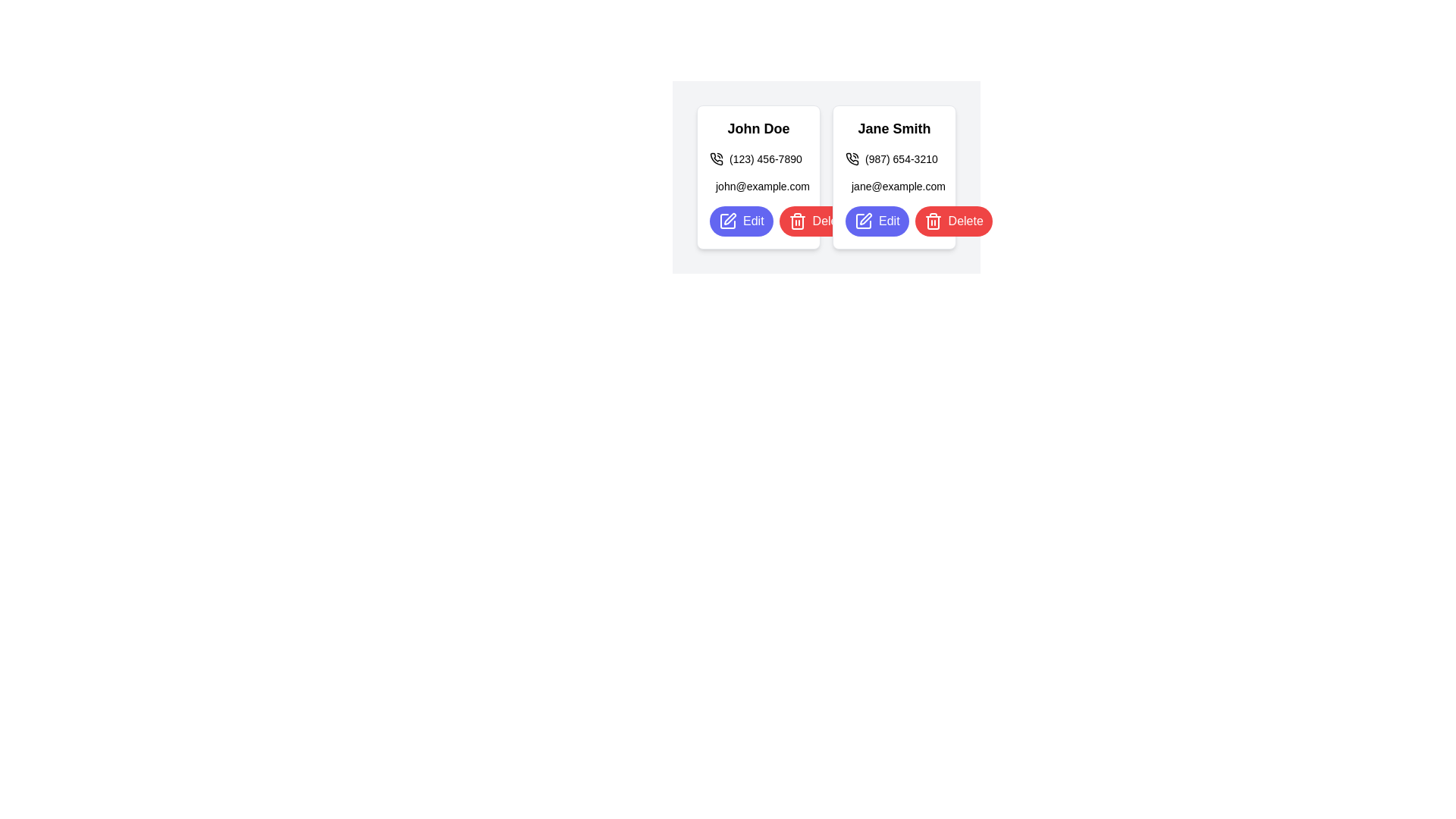  I want to click on the phone icon located to the left of the phone number '(123) 456-7890' in the contact card, positioned near the top-left corner of the card, so click(716, 158).